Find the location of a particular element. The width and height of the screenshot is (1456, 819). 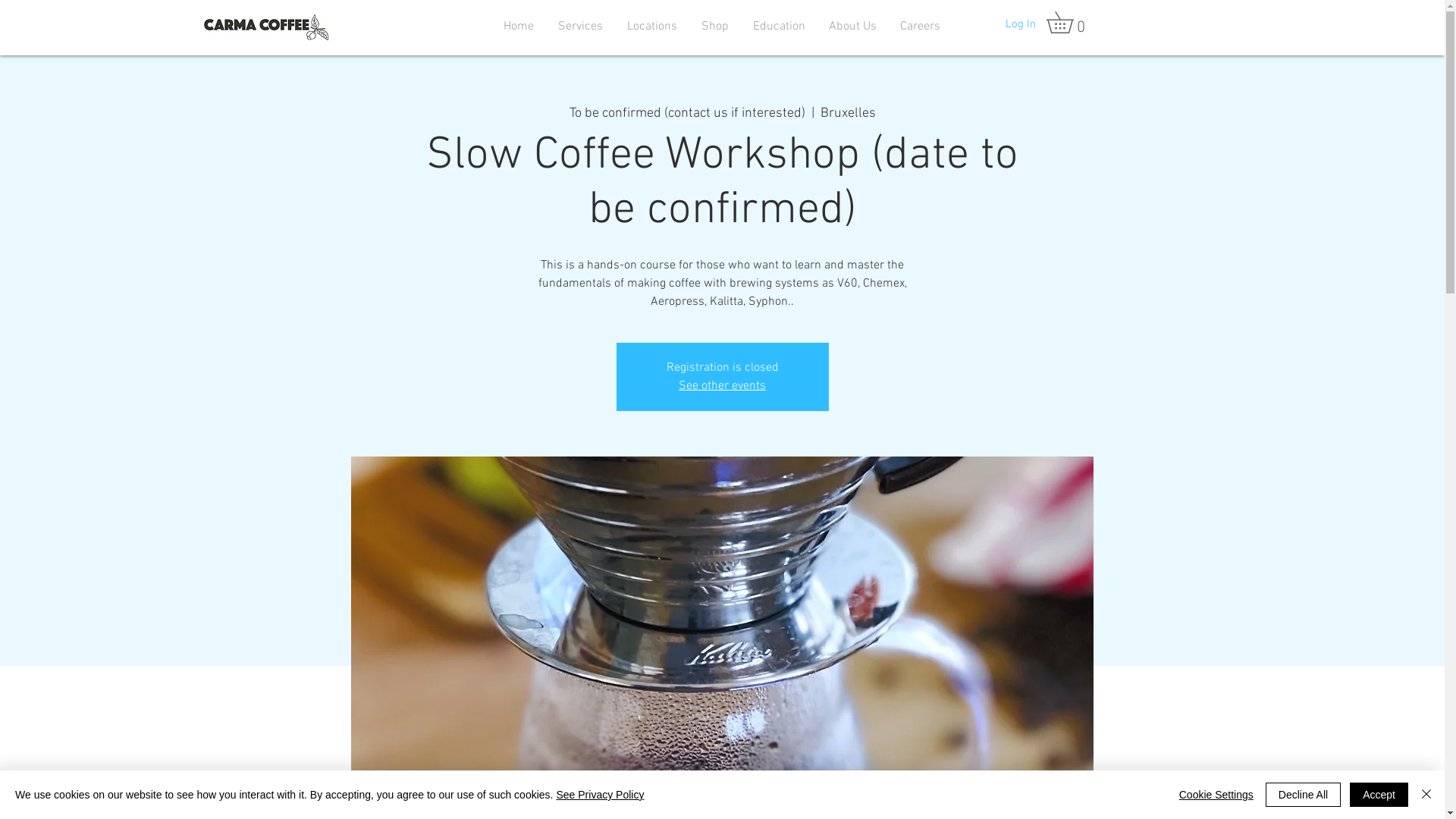

'Locations' is located at coordinates (651, 26).